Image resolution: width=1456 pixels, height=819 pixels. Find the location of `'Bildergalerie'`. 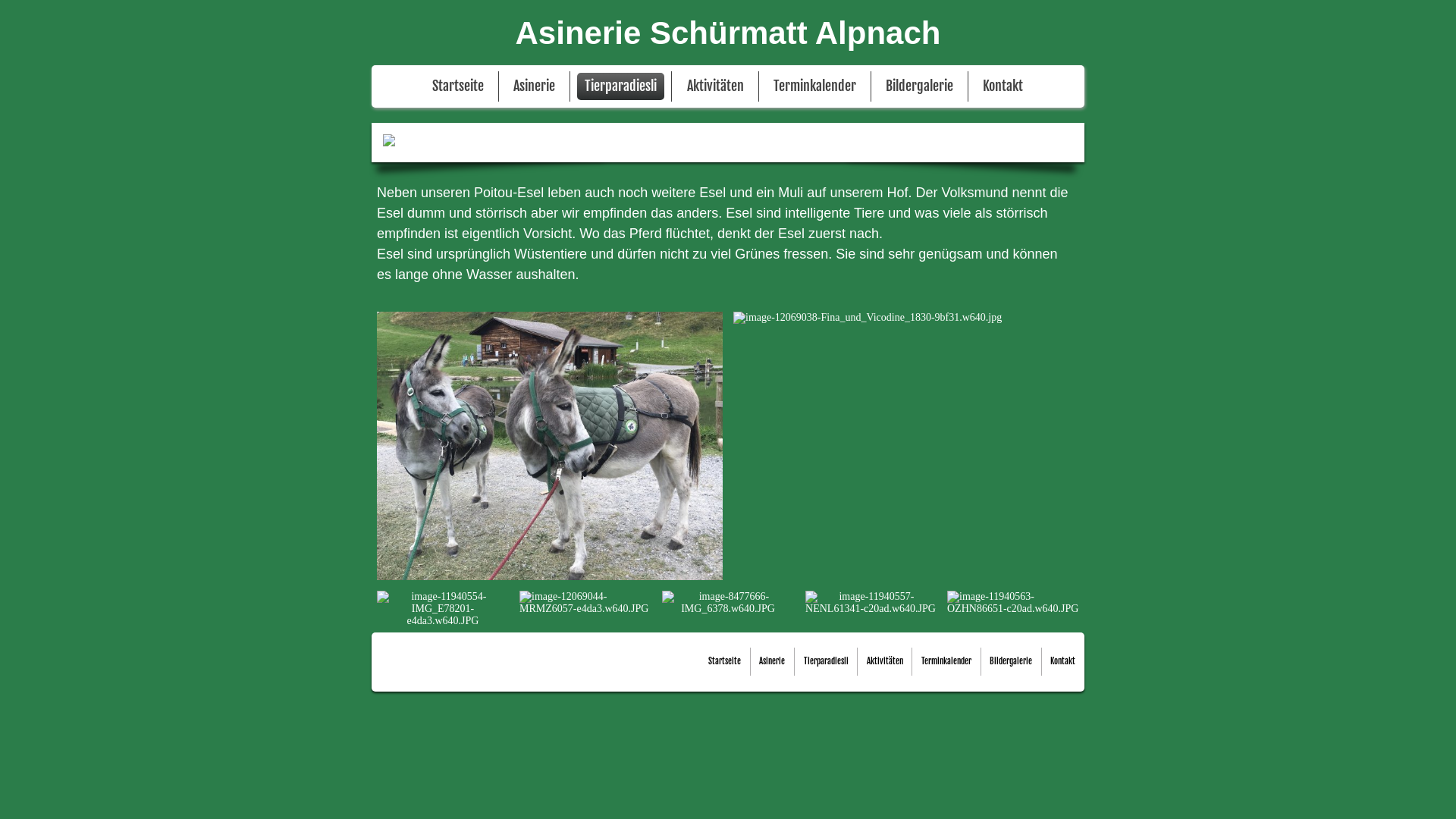

'Bildergalerie' is located at coordinates (985, 661).